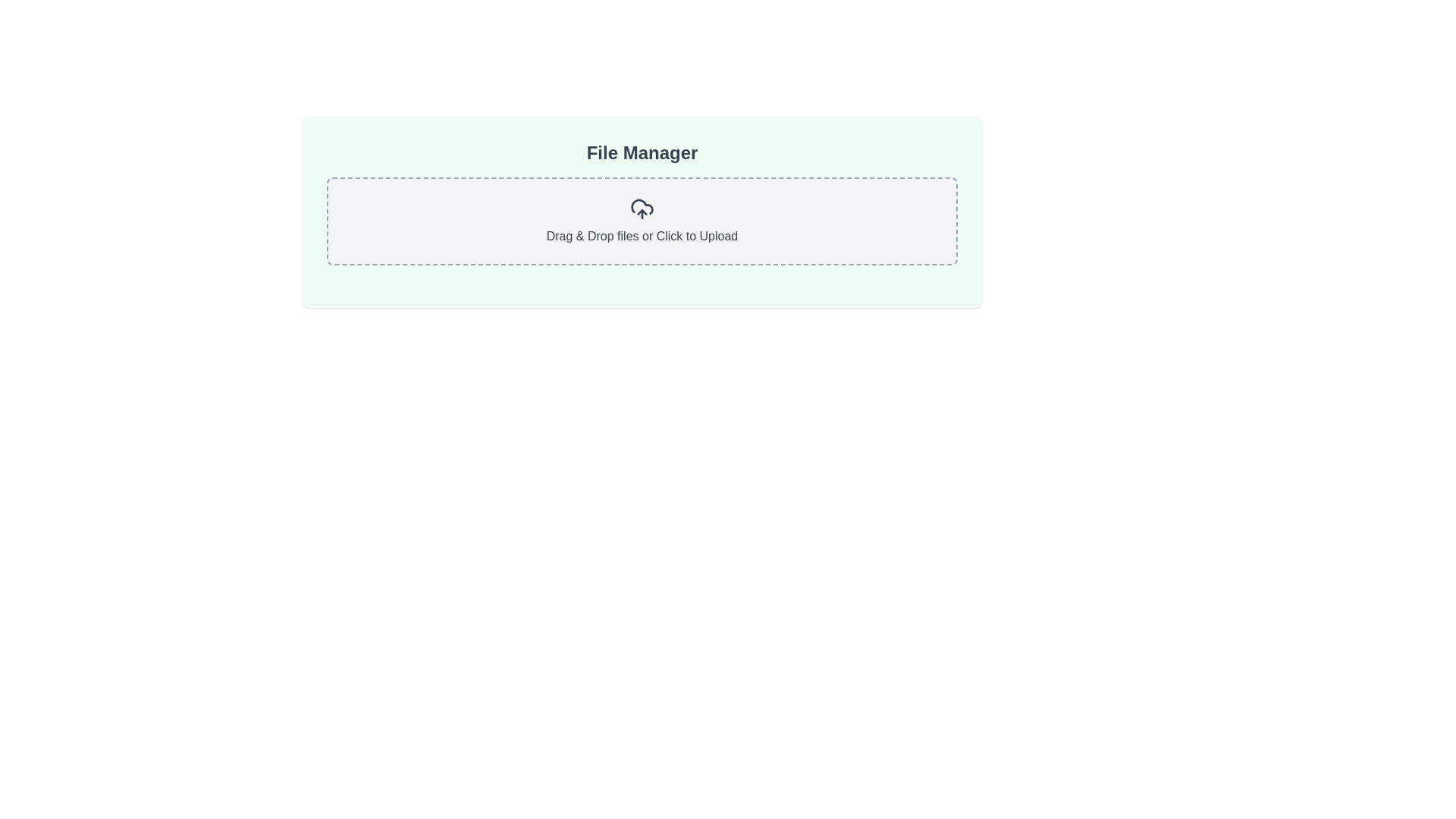  I want to click on the cloud upload icon that visually represents the upload functionality, located near the center of the widget above the text 'Drag & Drop files or Click to Upload', so click(642, 209).